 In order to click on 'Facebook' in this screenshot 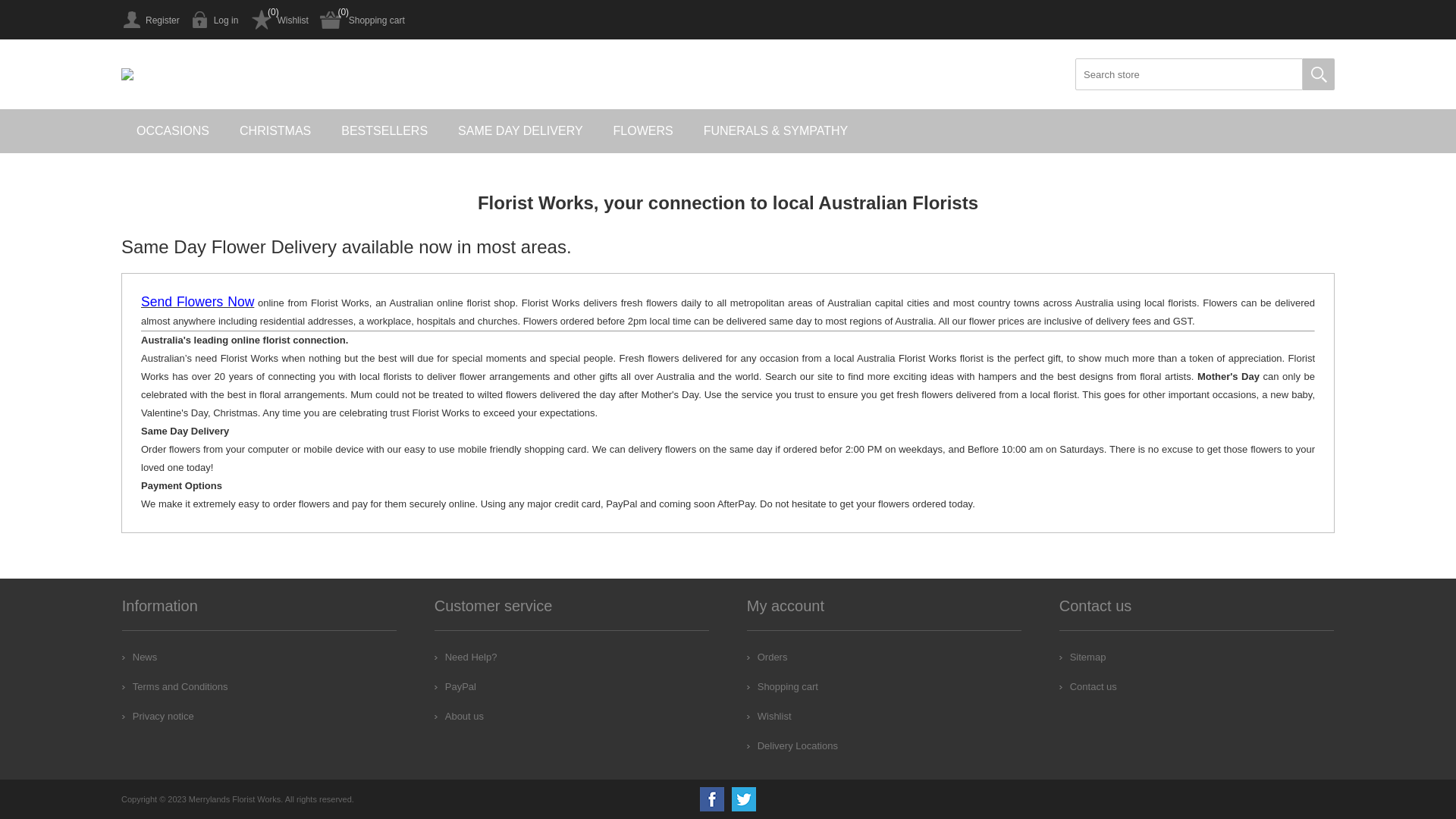, I will do `click(698, 798)`.